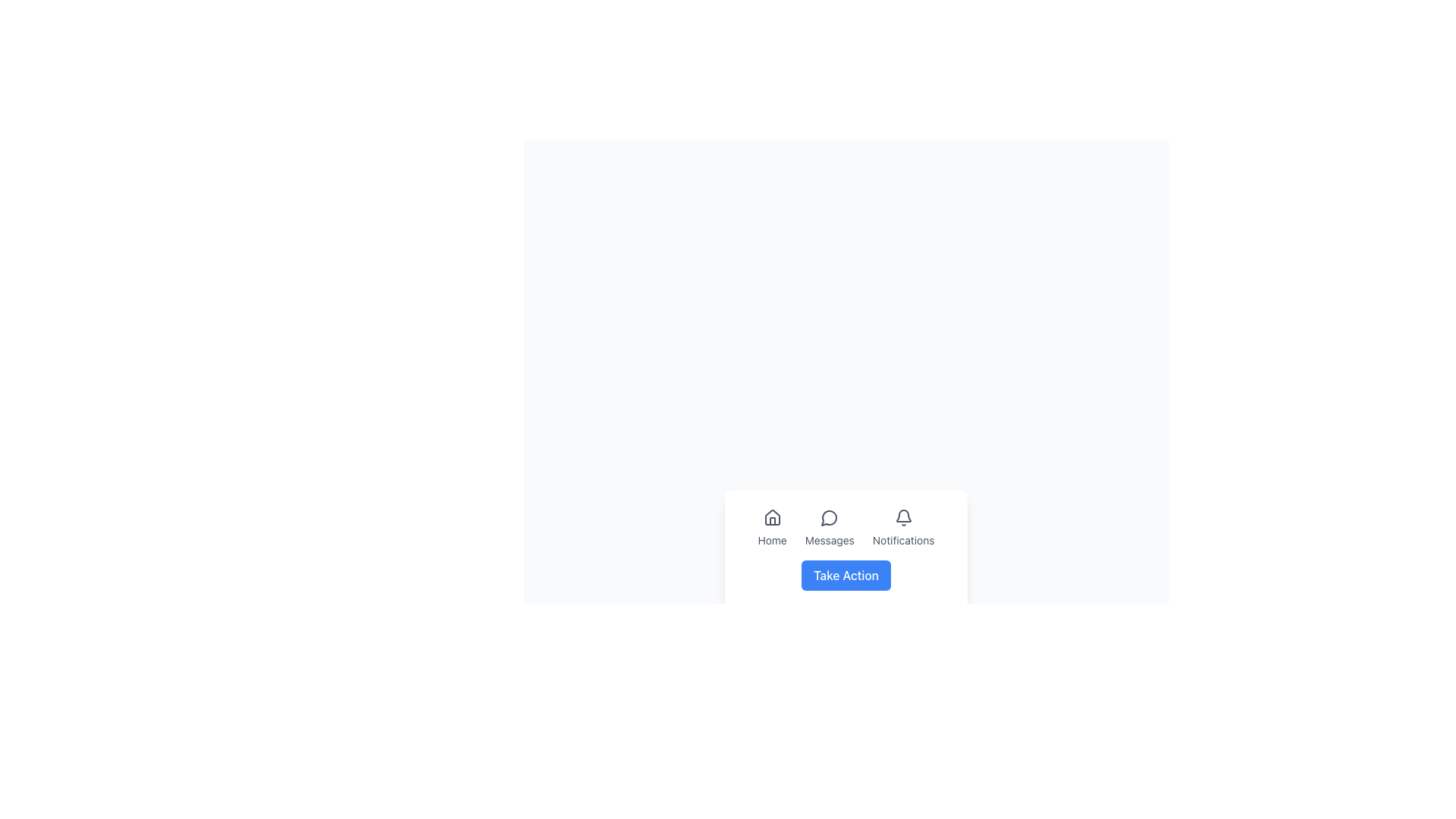  I want to click on the 'Messages' text label in the navigation menu, which serves as an informational label for the associated icon below it, so click(829, 540).